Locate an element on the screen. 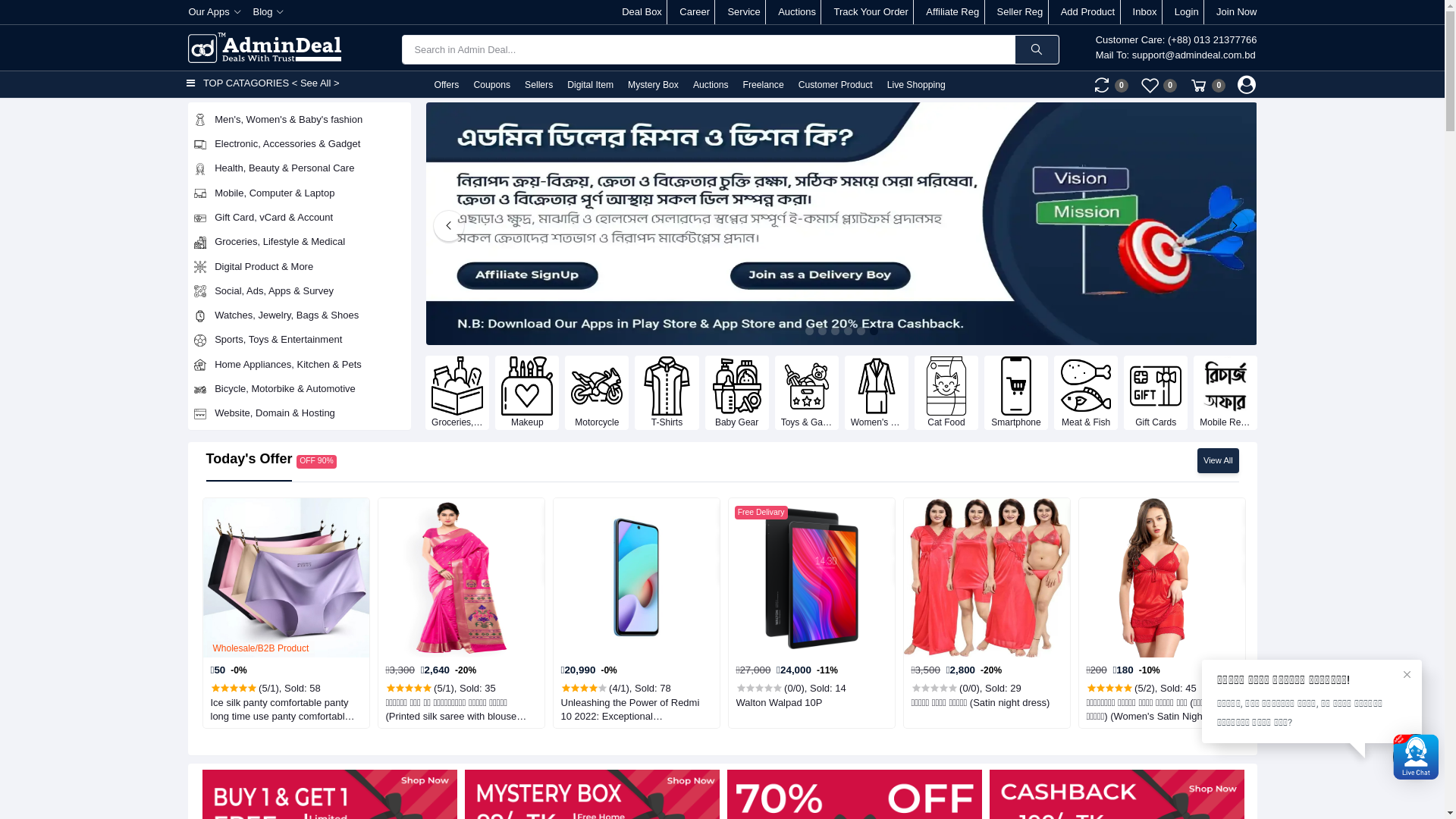 The width and height of the screenshot is (1456, 819). 'Groceries, Lifestyle & Medical' is located at coordinates (300, 241).